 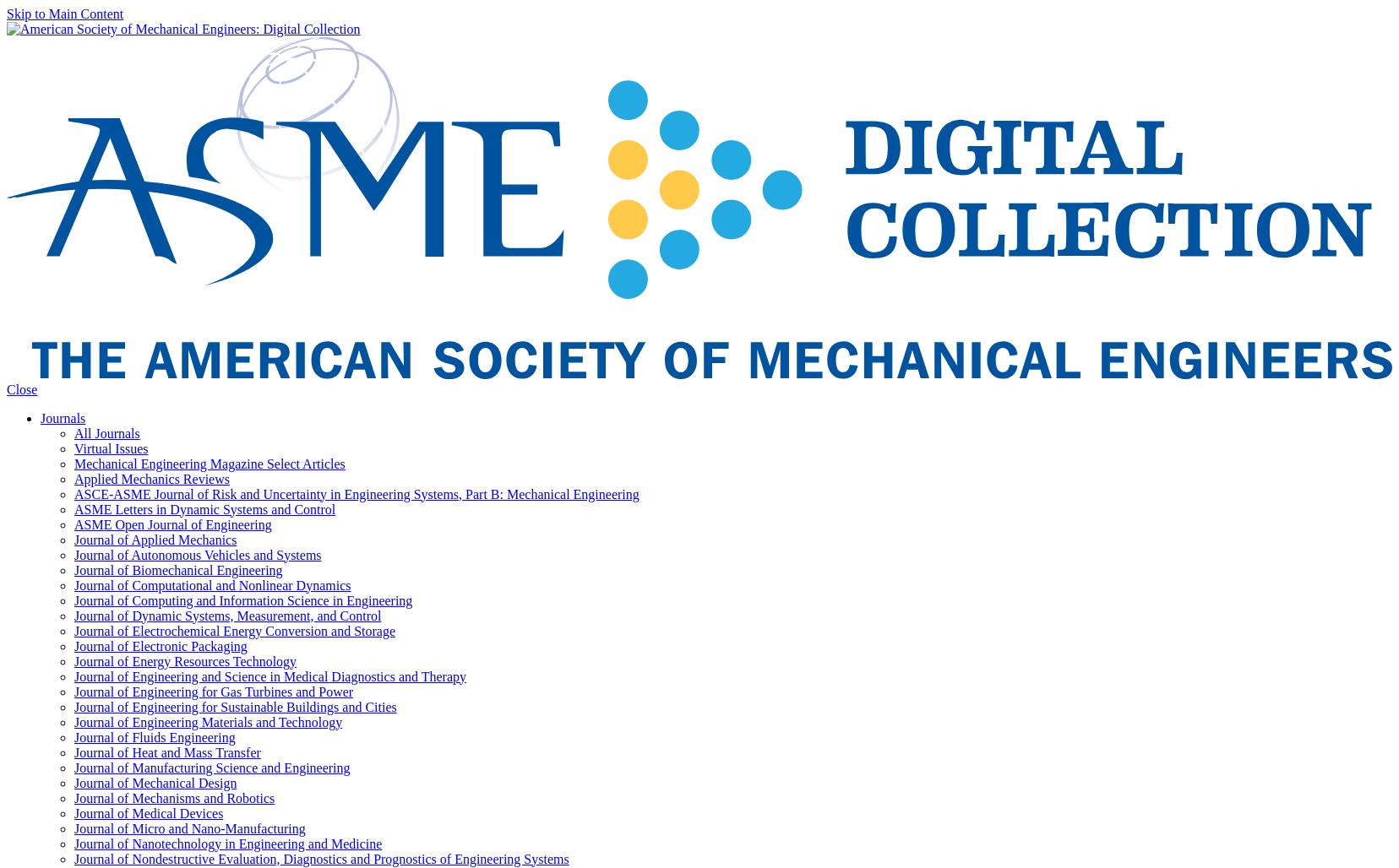 I want to click on 'Journal of Engineering Materials and Technology', so click(x=208, y=720).